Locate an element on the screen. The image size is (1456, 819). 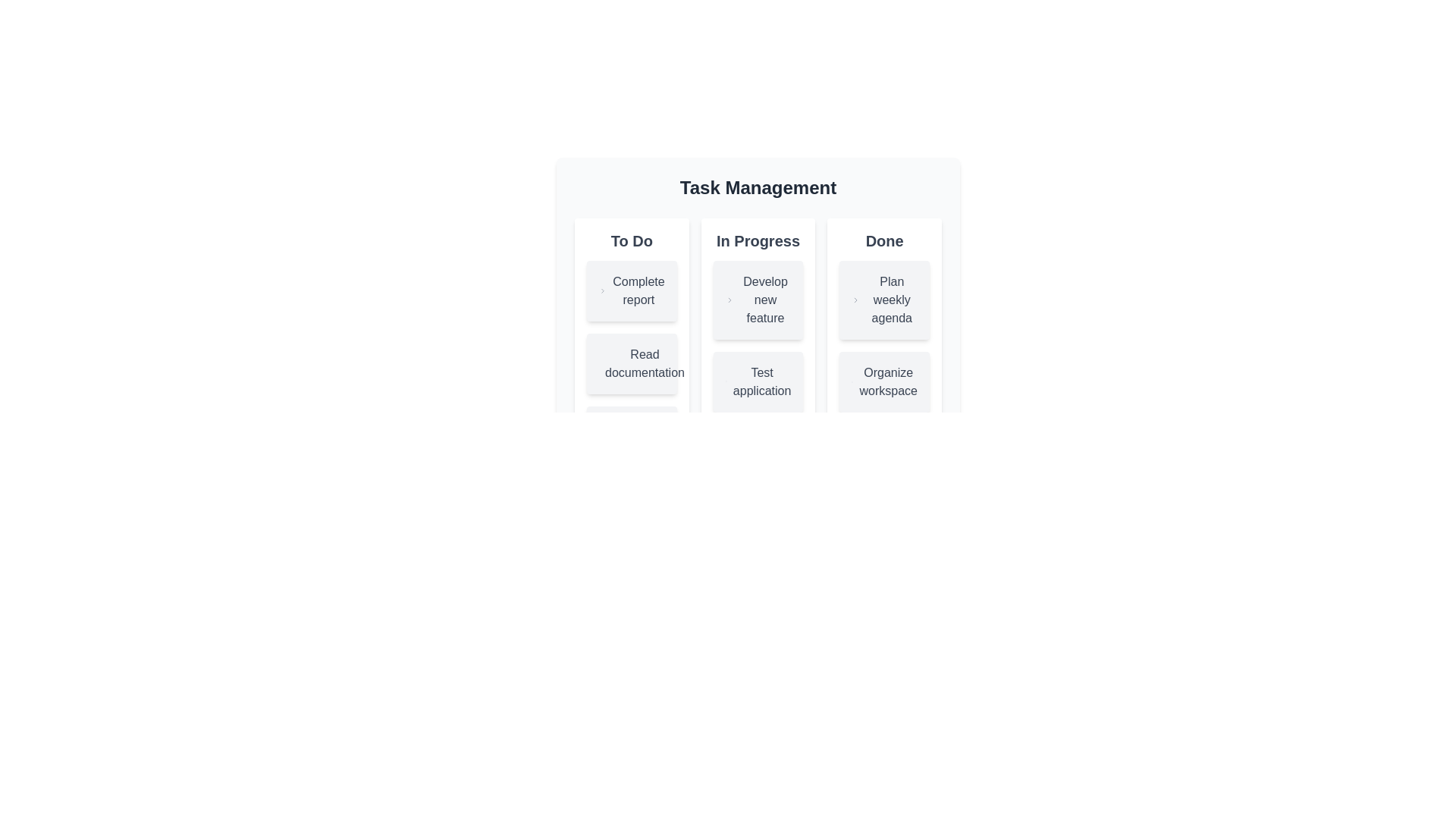
the 'Test application' task card is located at coordinates (758, 373).